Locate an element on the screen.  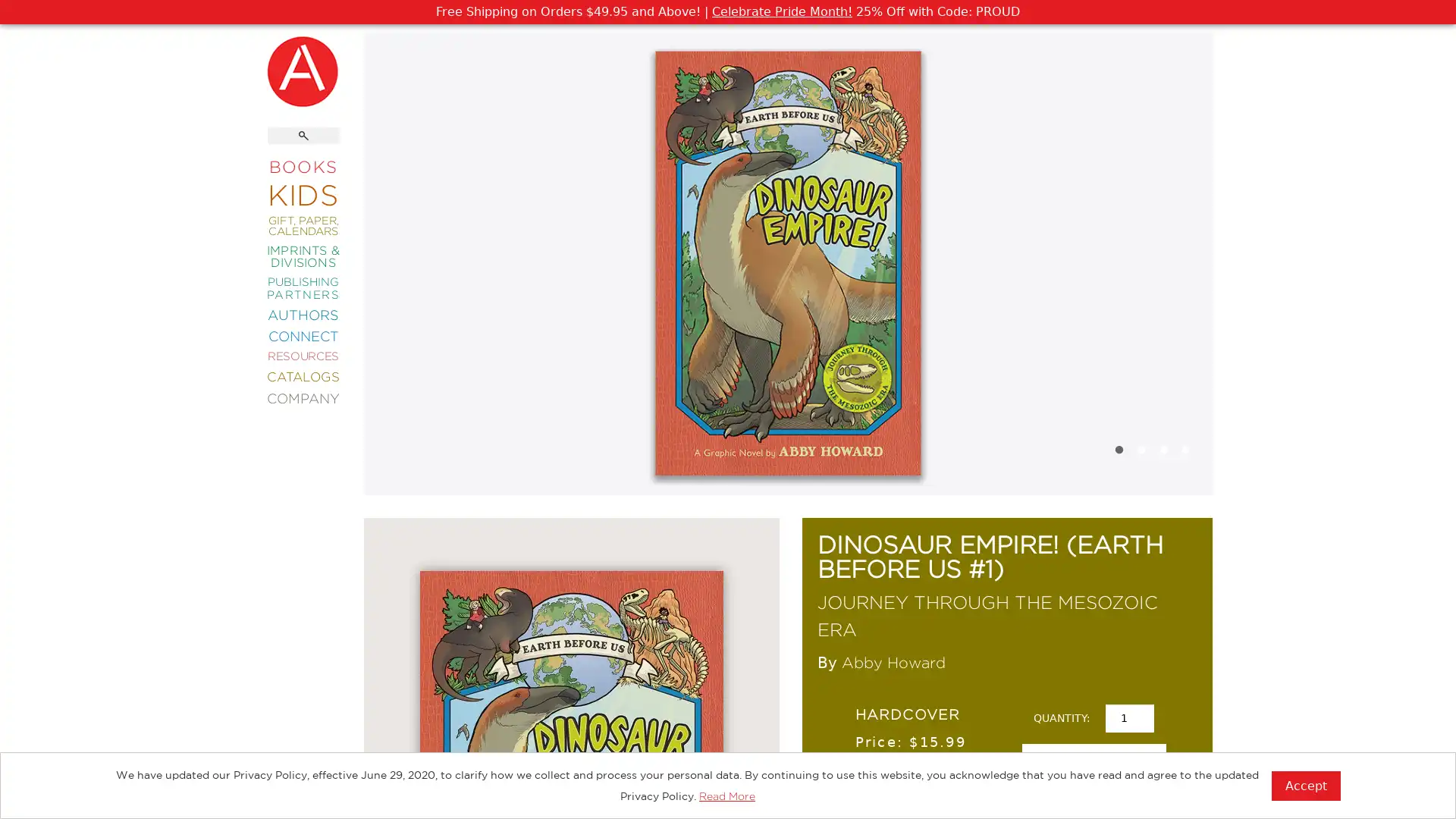
IMPRINTS & DIVISIONS is located at coordinates (303, 255).